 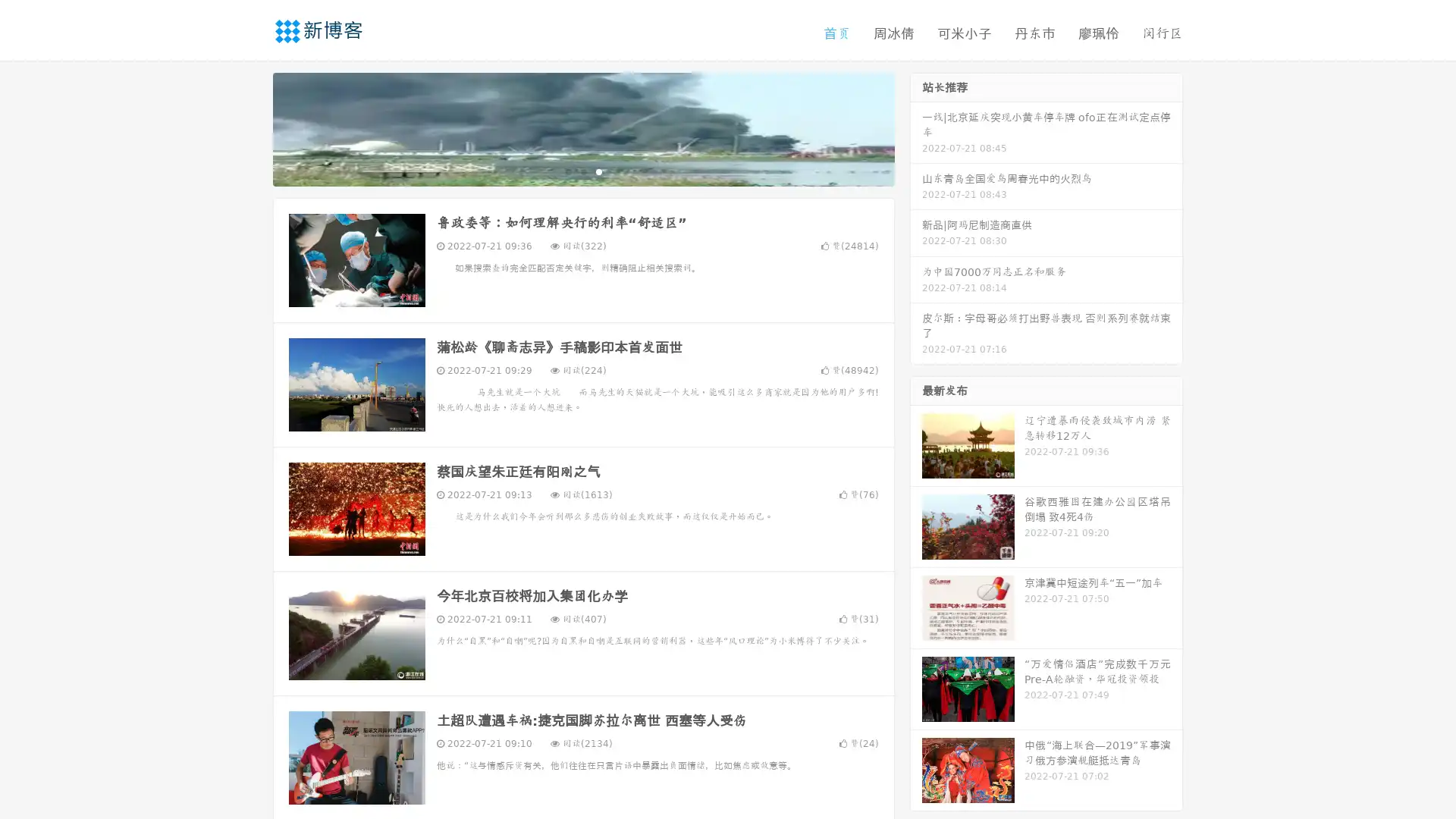 I want to click on Previous slide, so click(x=250, y=127).